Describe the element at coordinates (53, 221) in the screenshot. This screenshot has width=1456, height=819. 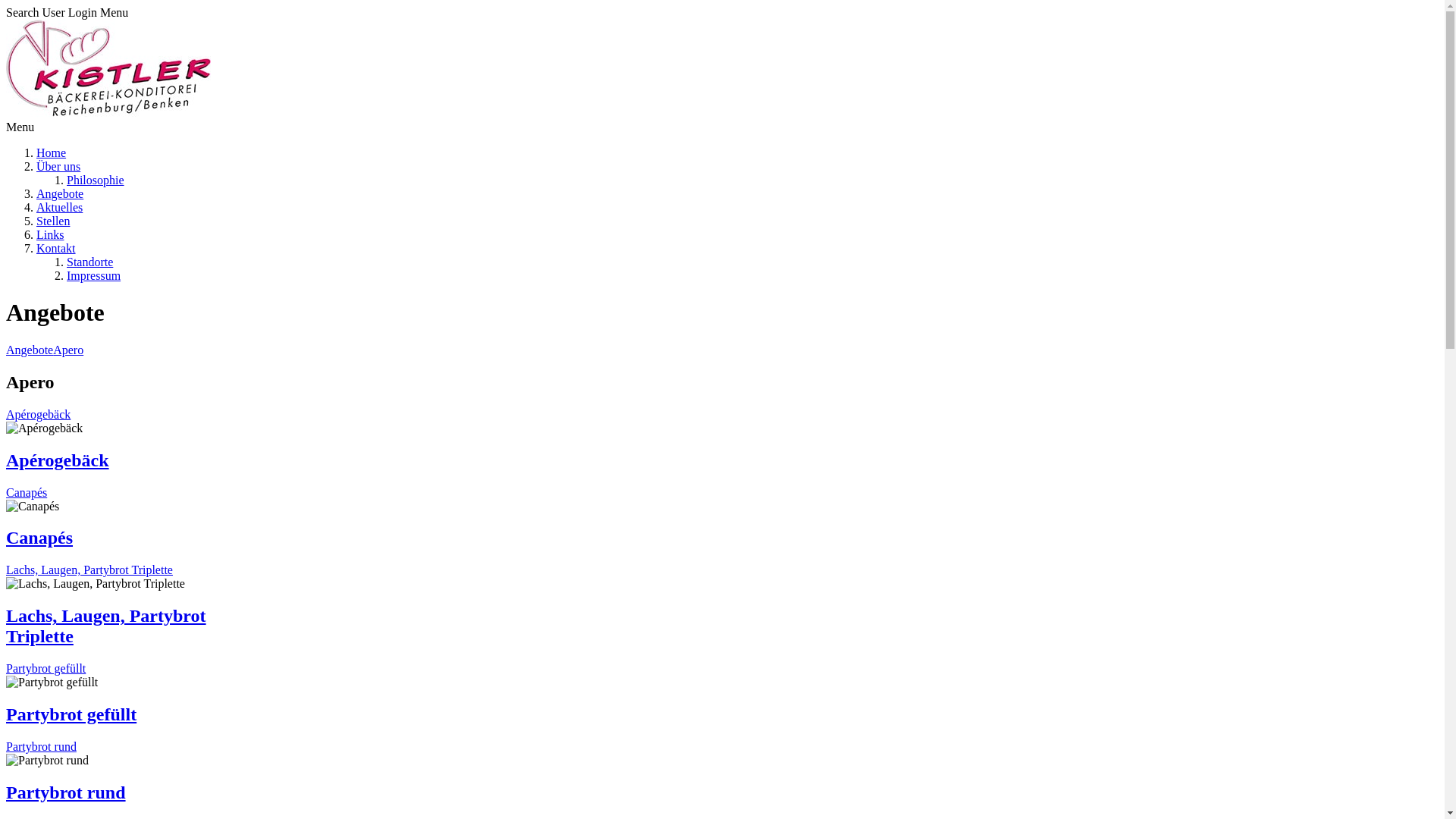
I see `'Stellen'` at that location.